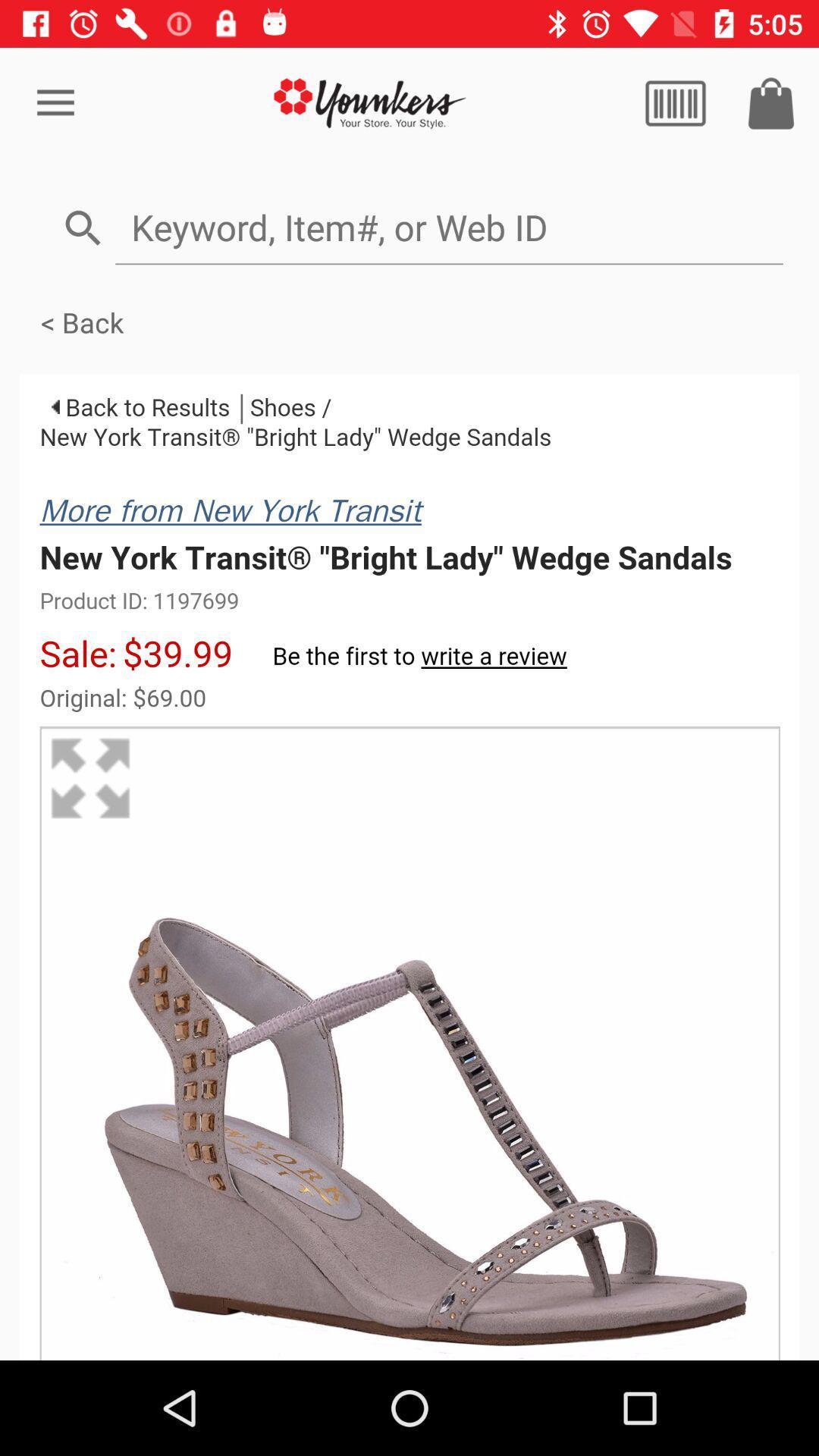  I want to click on shopping tool, so click(771, 102).